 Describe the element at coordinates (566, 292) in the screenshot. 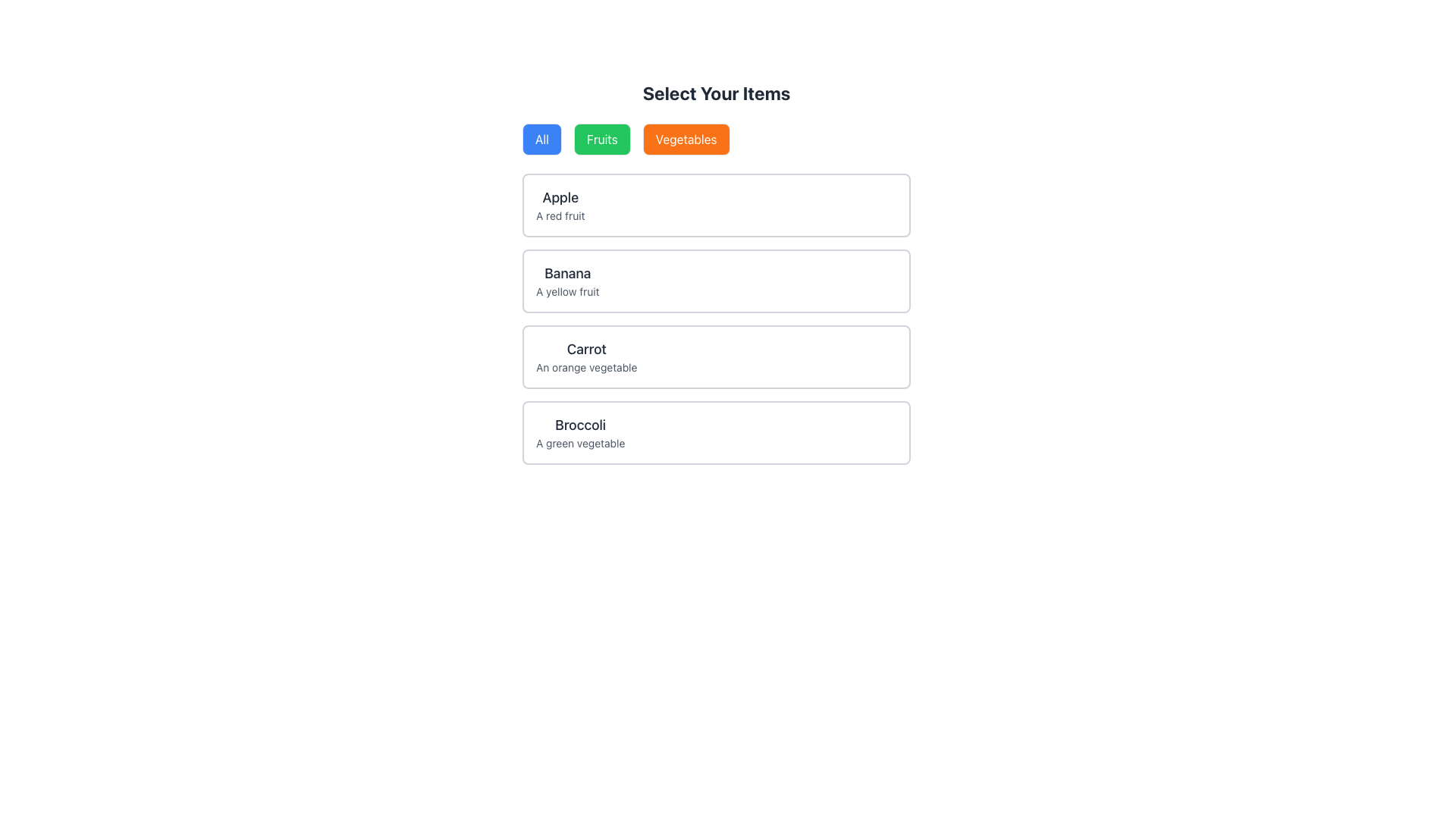

I see `text content of the descriptive subtitle label located below the larger text 'Banana' in the item group under 'Select Your Items'` at that location.